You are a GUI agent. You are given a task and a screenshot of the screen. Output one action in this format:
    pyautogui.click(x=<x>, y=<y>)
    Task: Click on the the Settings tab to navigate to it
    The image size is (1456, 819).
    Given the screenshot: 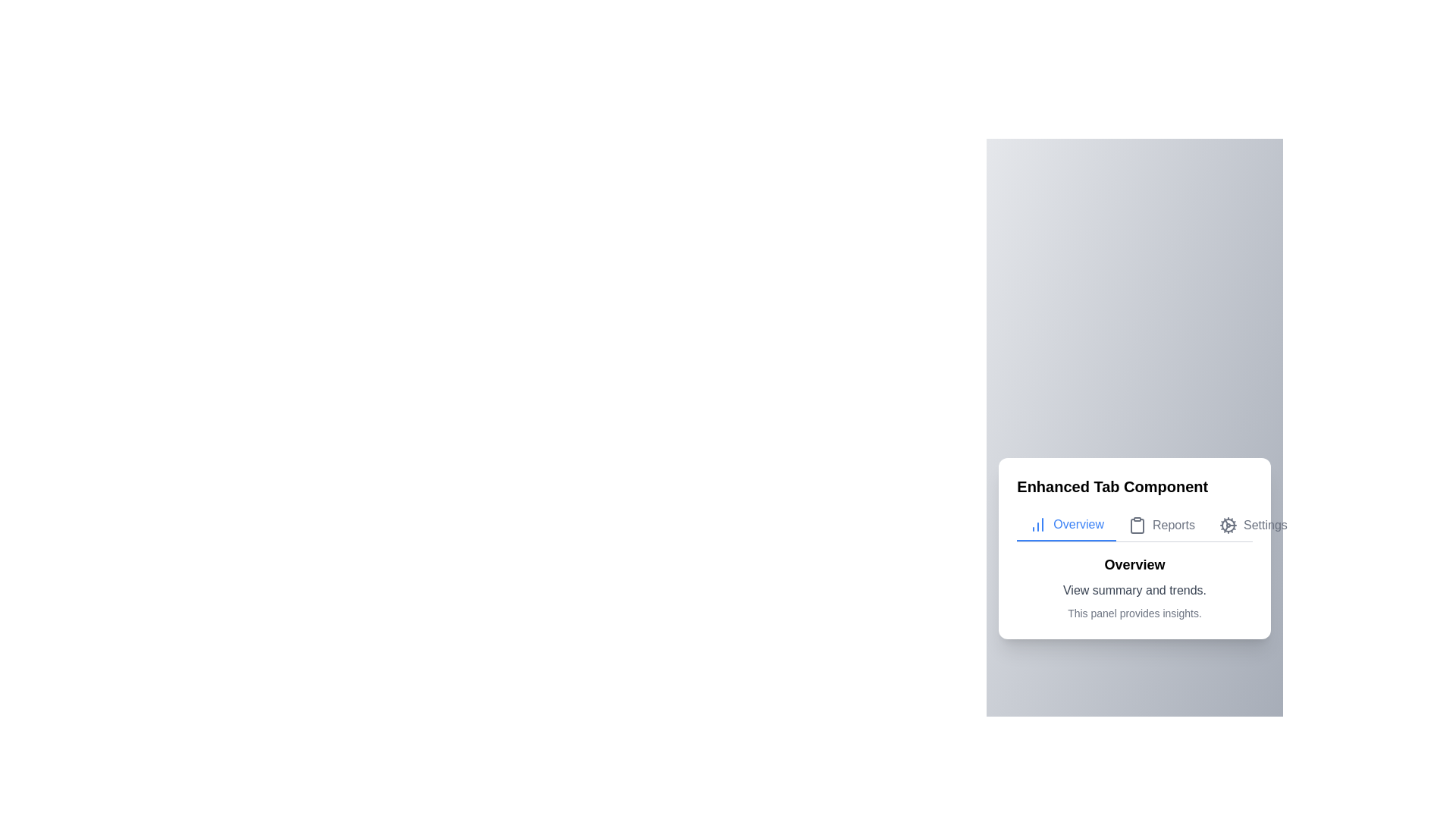 What is the action you would take?
    pyautogui.click(x=1253, y=524)
    